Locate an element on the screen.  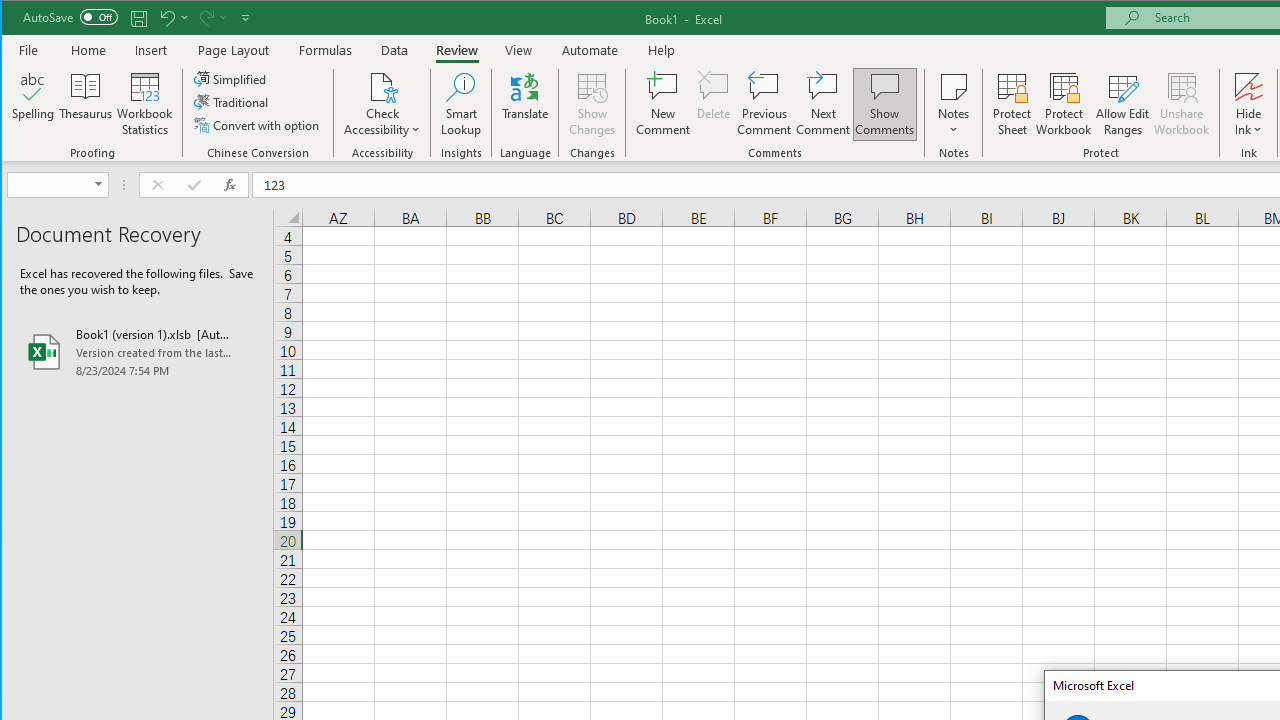
'System' is located at coordinates (19, 19).